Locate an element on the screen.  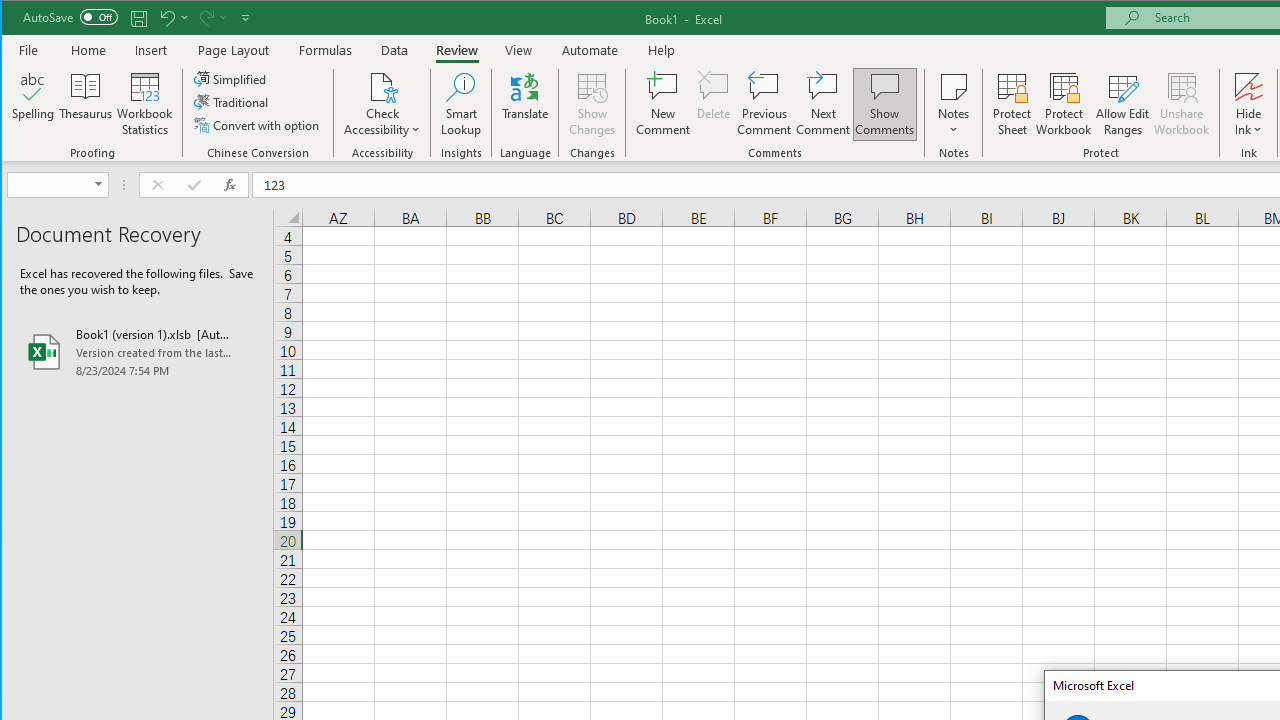
'System' is located at coordinates (19, 19).